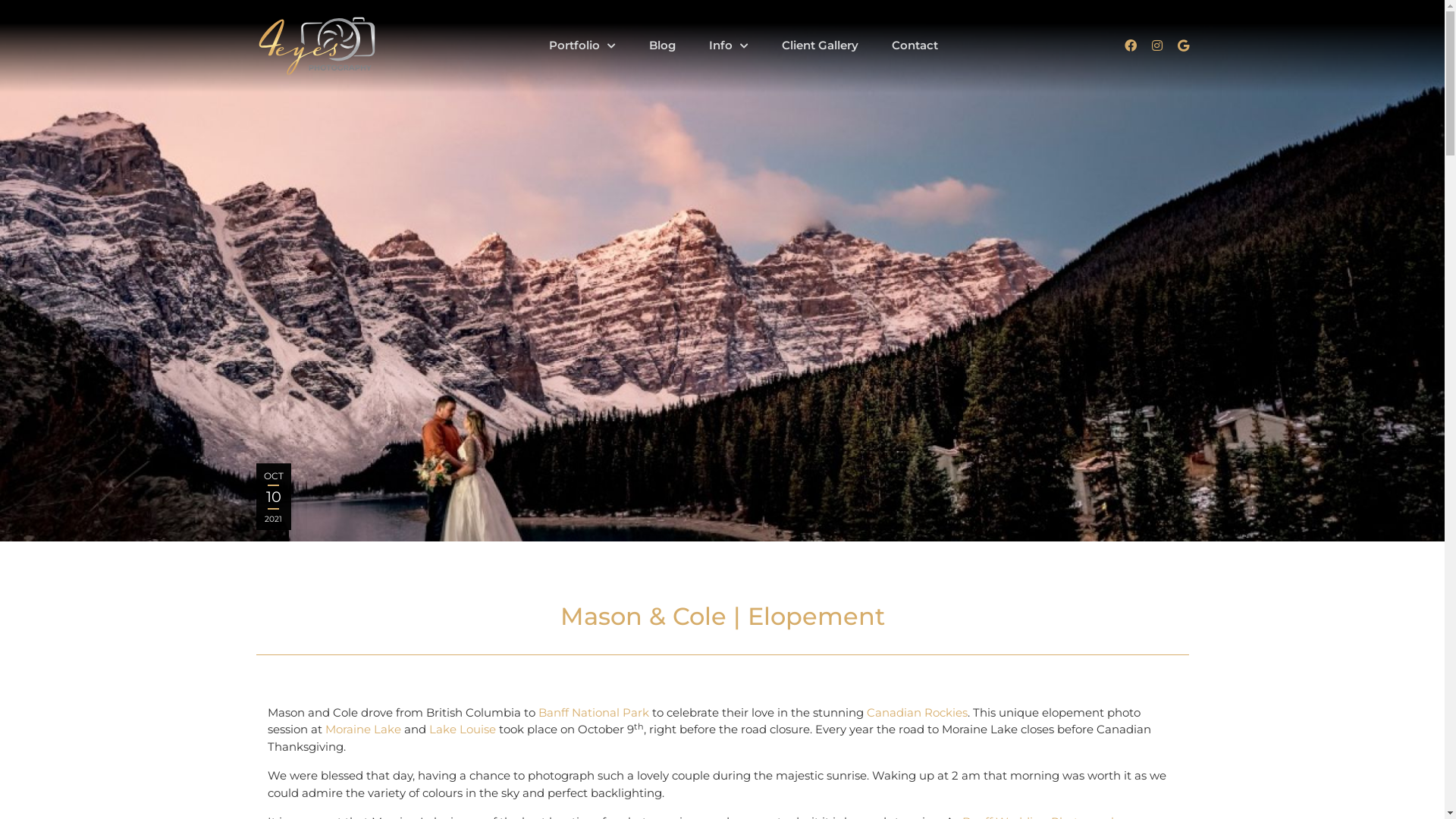 Image resolution: width=1456 pixels, height=819 pixels. Describe the element at coordinates (461, 728) in the screenshot. I see `'Lake Louise'` at that location.